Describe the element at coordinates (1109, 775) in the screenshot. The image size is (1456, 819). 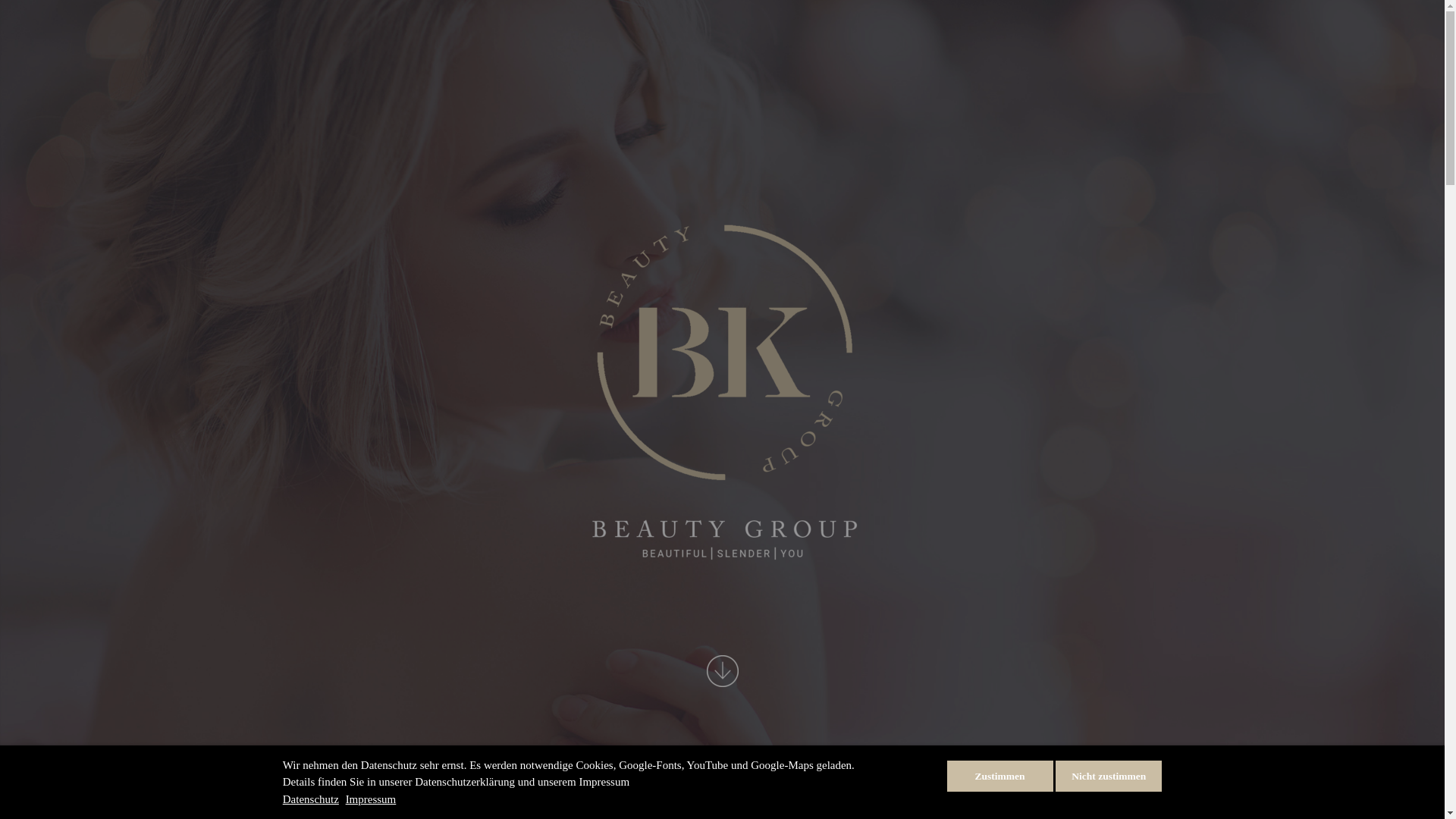
I see `'Nicht zustimmen'` at that location.